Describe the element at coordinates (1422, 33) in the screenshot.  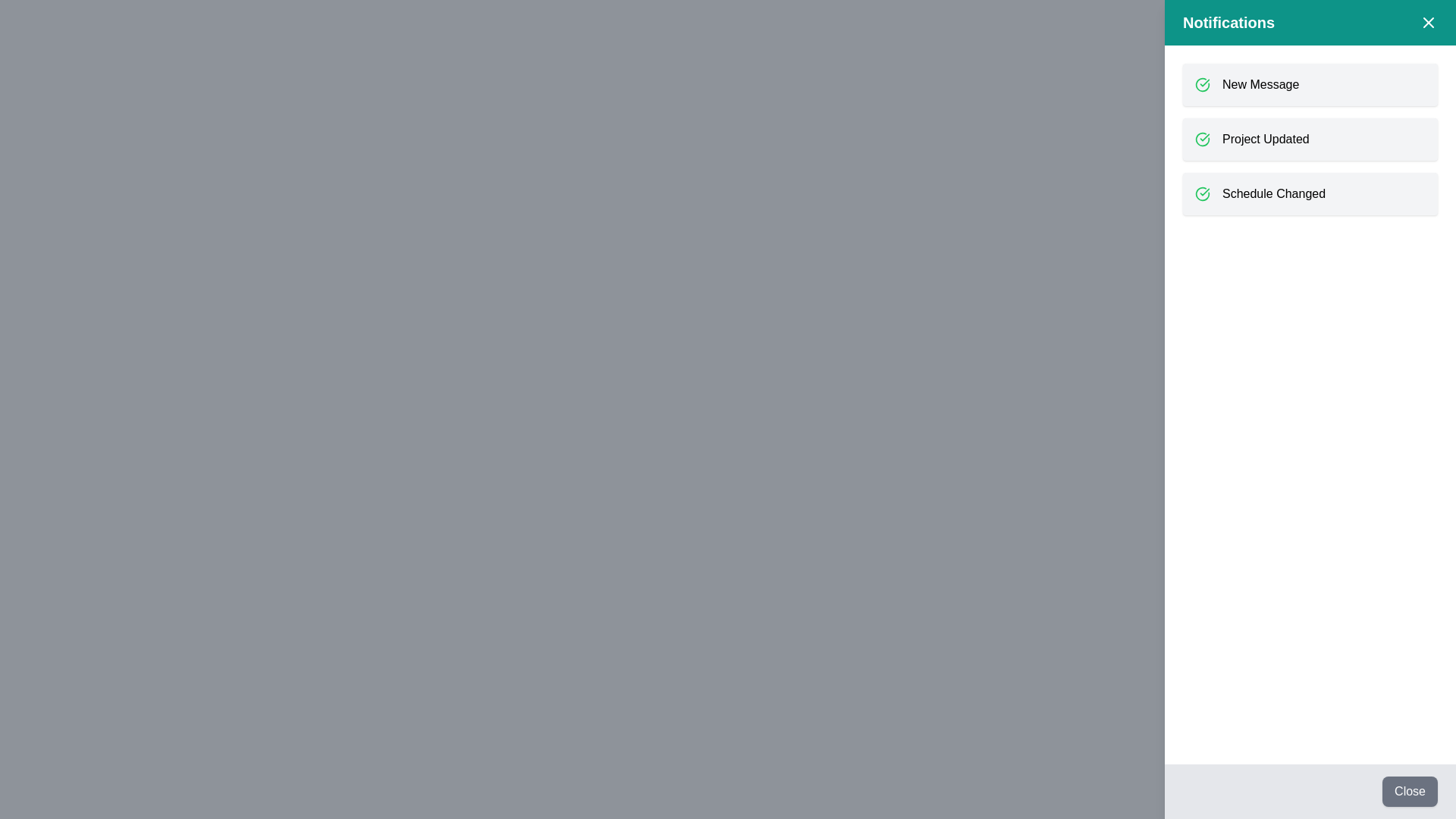
I see `the circular close button with a teal background and white 'X' icon located in the top-right corner of the notifications panel` at that location.